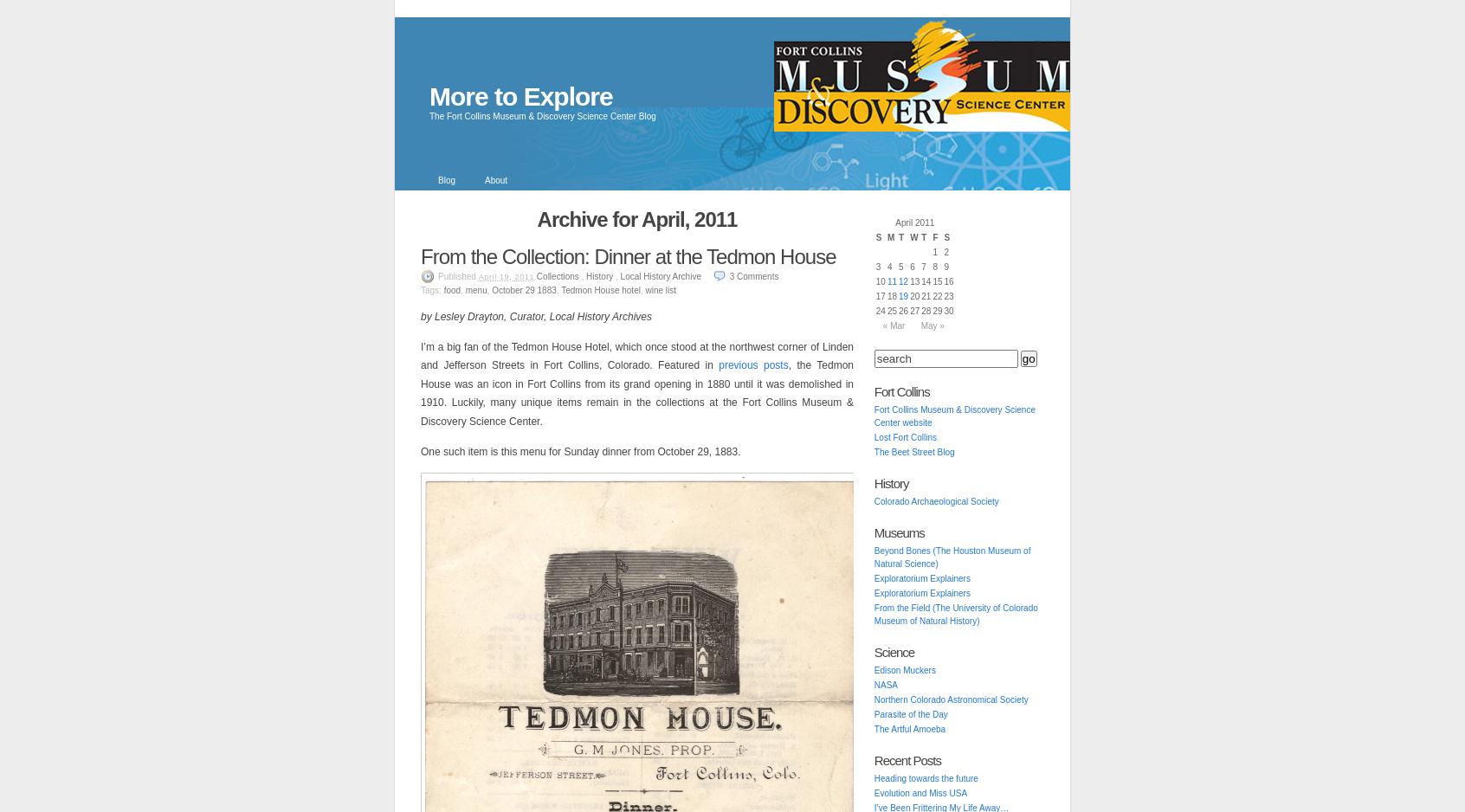 This screenshot has height=812, width=1465. Describe the element at coordinates (926, 778) in the screenshot. I see `'Heading towards the future'` at that location.